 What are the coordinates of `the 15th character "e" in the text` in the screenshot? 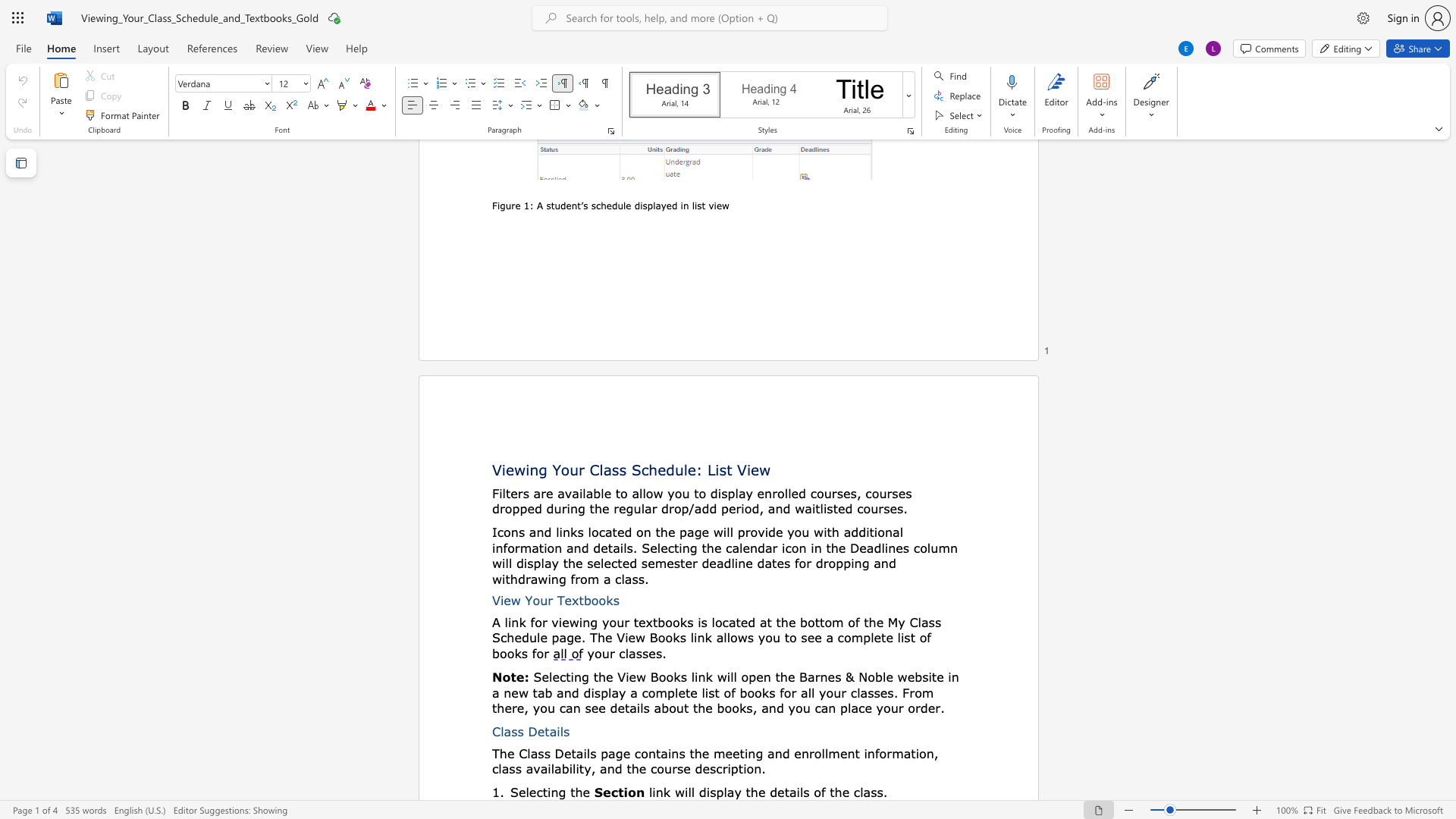 It's located at (508, 708).